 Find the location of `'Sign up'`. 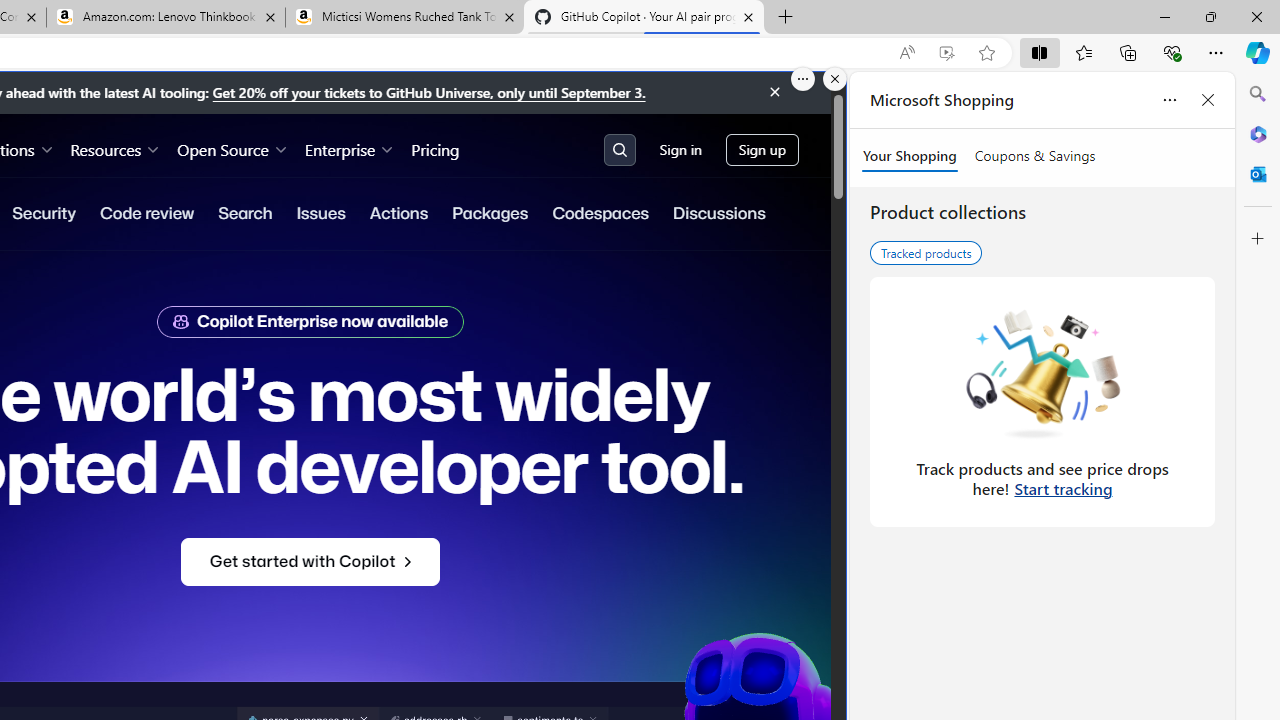

'Sign up' is located at coordinates (761, 148).